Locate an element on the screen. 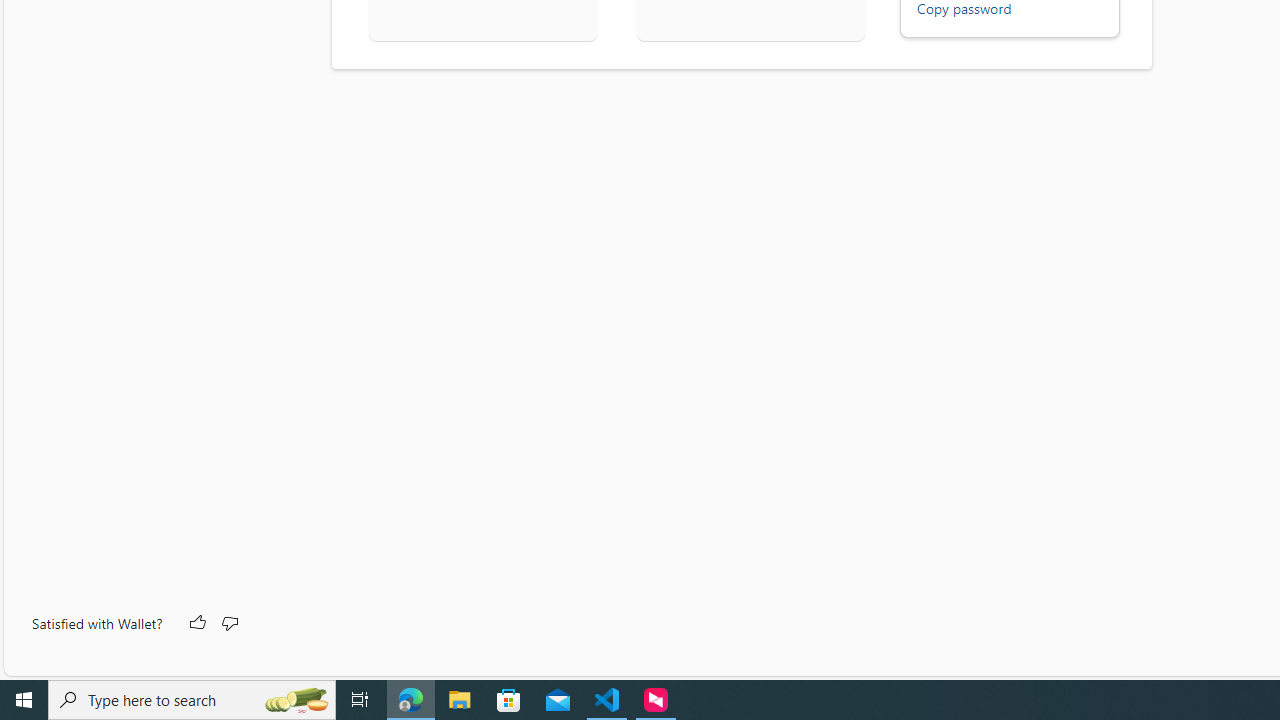  'Microsoft Edge - 1 running window' is located at coordinates (410, 698).